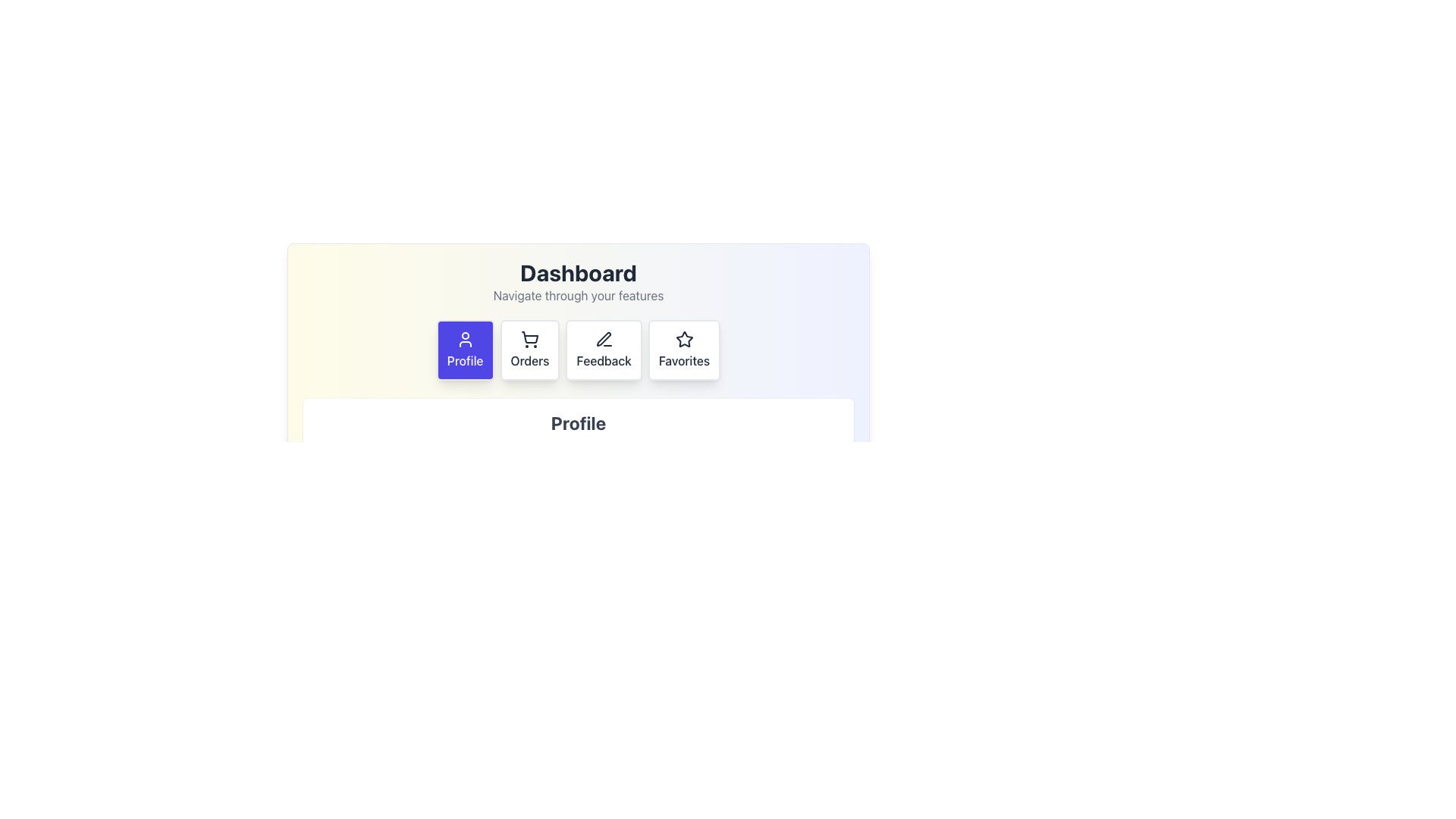  I want to click on the text label displaying 'Orders' that is located in the second box from the left below the 'Dashboard' header, so click(529, 360).